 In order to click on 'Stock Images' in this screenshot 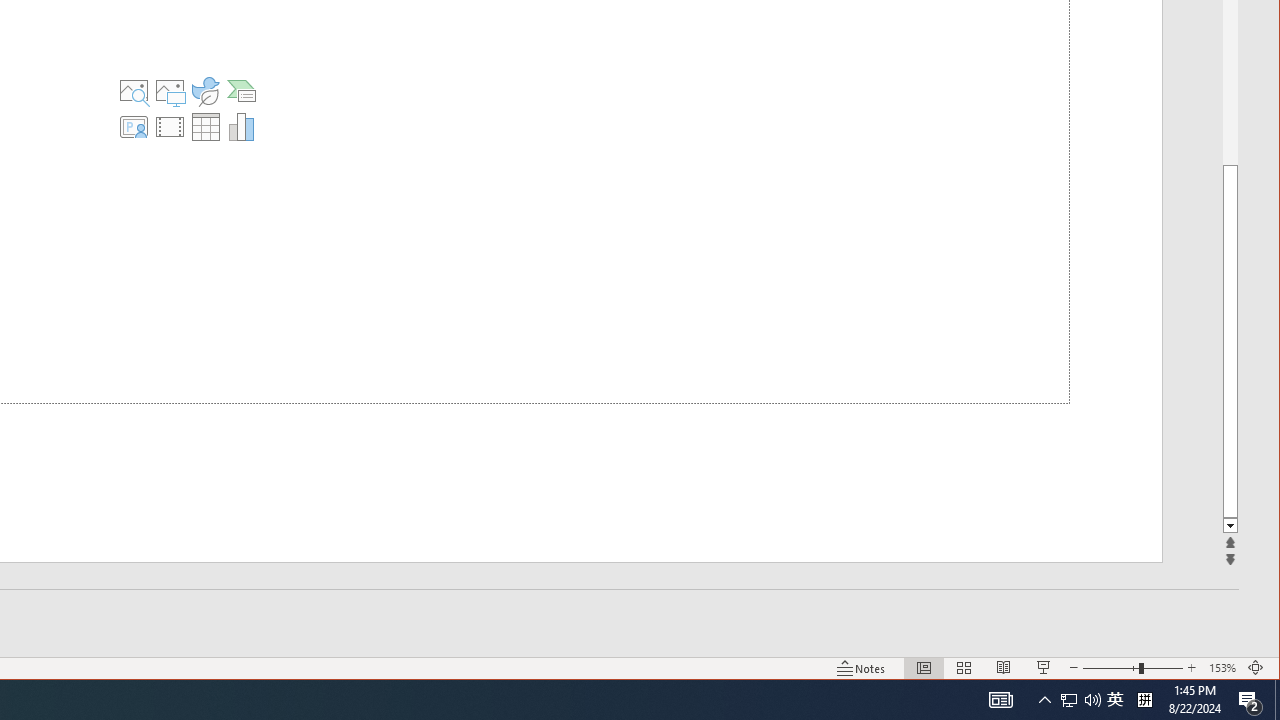, I will do `click(132, 91)`.